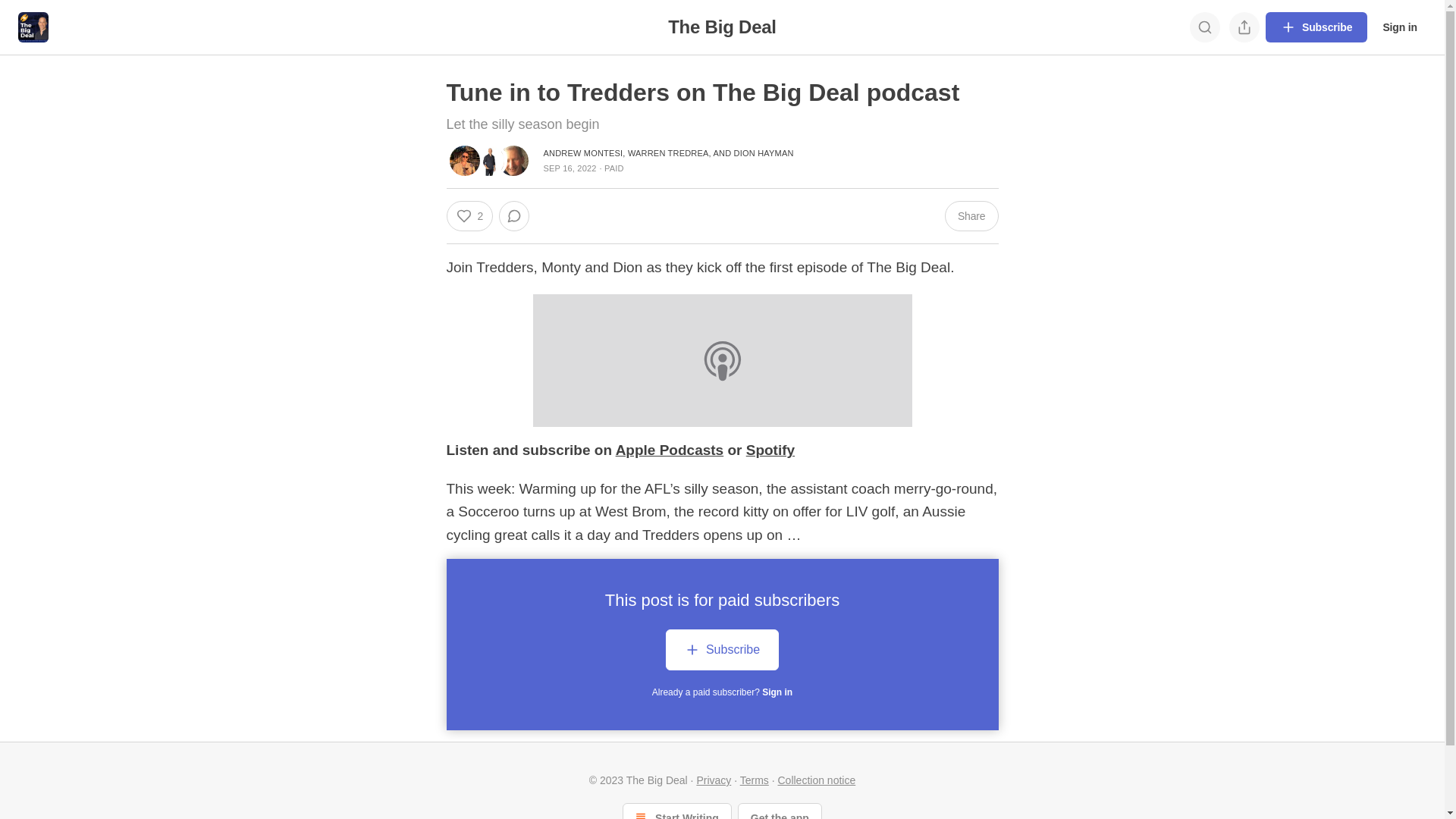 The height and width of the screenshot is (819, 1456). Describe the element at coordinates (1399, 27) in the screenshot. I see `'Sign in'` at that location.